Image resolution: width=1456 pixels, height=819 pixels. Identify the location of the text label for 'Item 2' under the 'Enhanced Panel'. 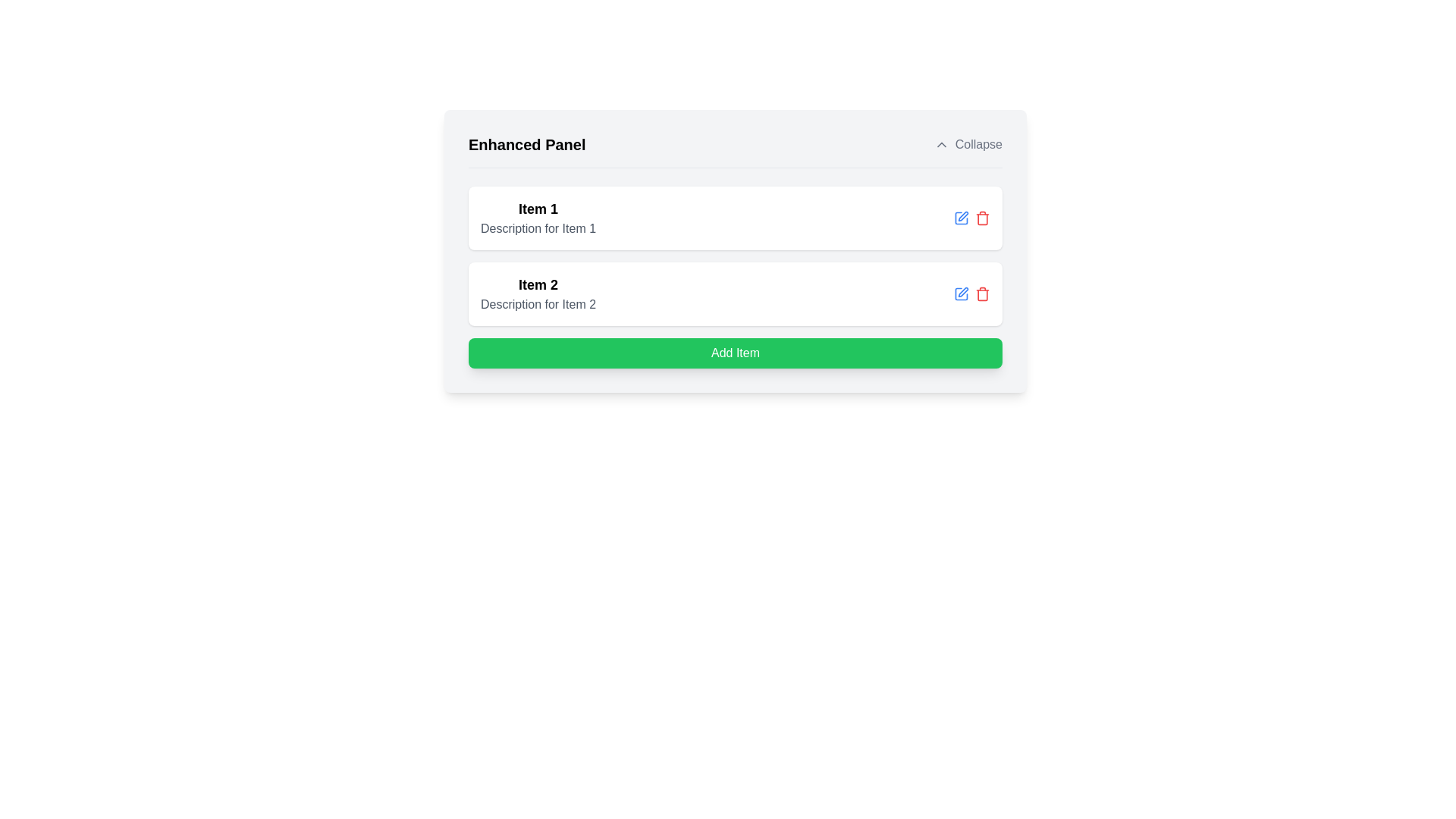
(538, 284).